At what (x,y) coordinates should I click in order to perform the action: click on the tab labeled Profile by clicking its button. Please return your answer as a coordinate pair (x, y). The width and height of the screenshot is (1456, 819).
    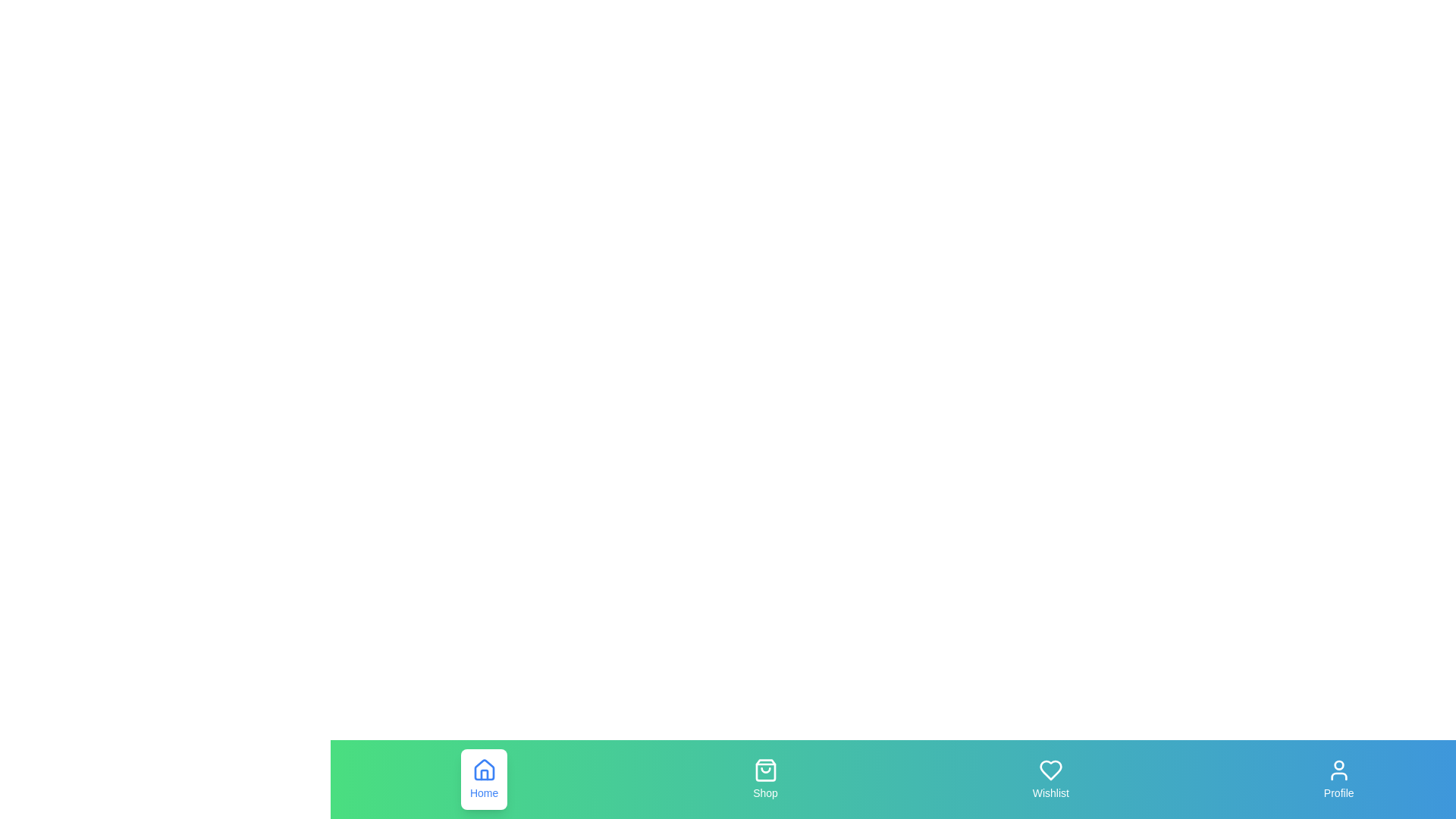
    Looking at the image, I should click on (1338, 780).